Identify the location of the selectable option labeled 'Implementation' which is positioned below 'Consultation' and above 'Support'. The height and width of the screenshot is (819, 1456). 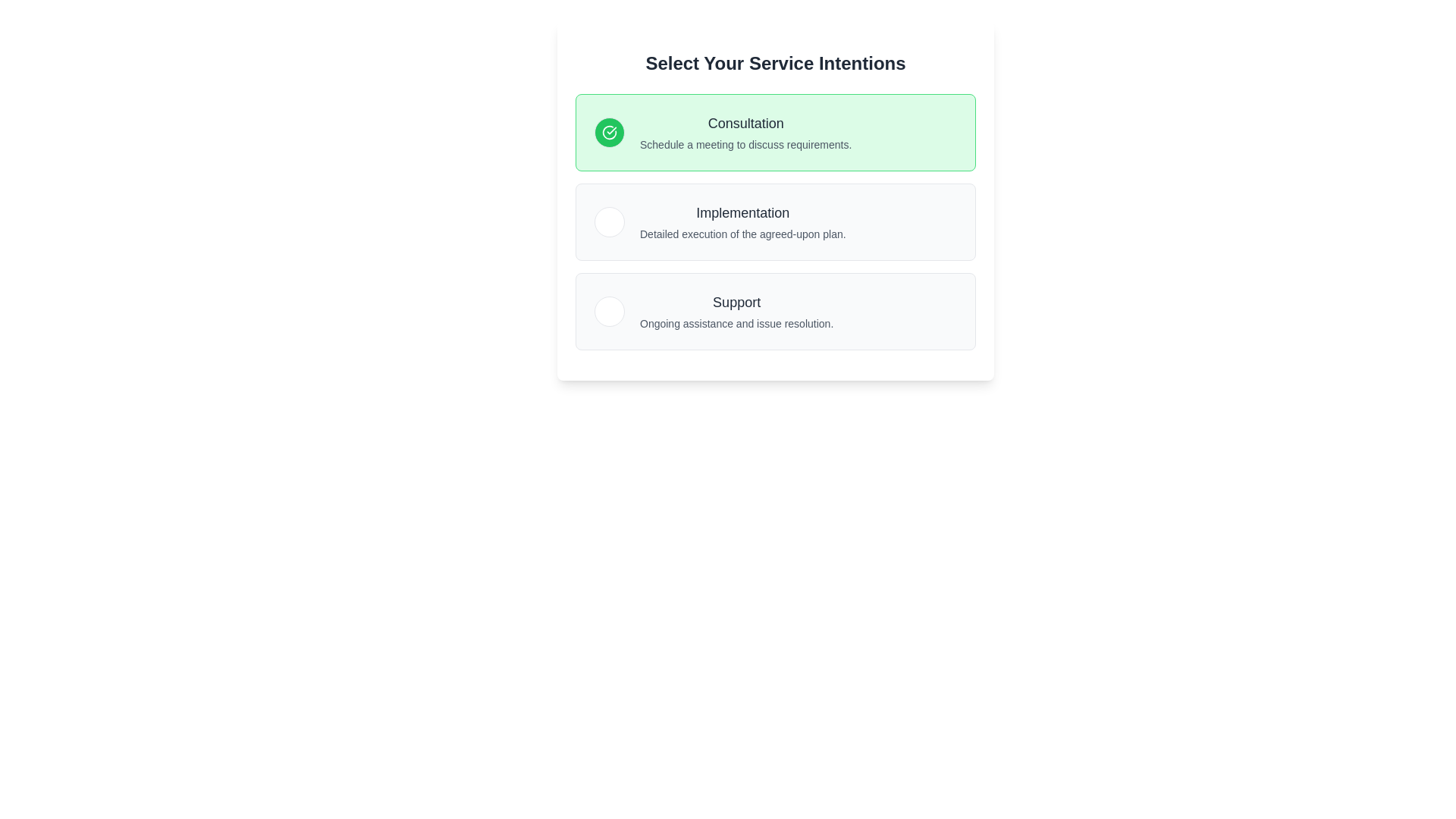
(775, 222).